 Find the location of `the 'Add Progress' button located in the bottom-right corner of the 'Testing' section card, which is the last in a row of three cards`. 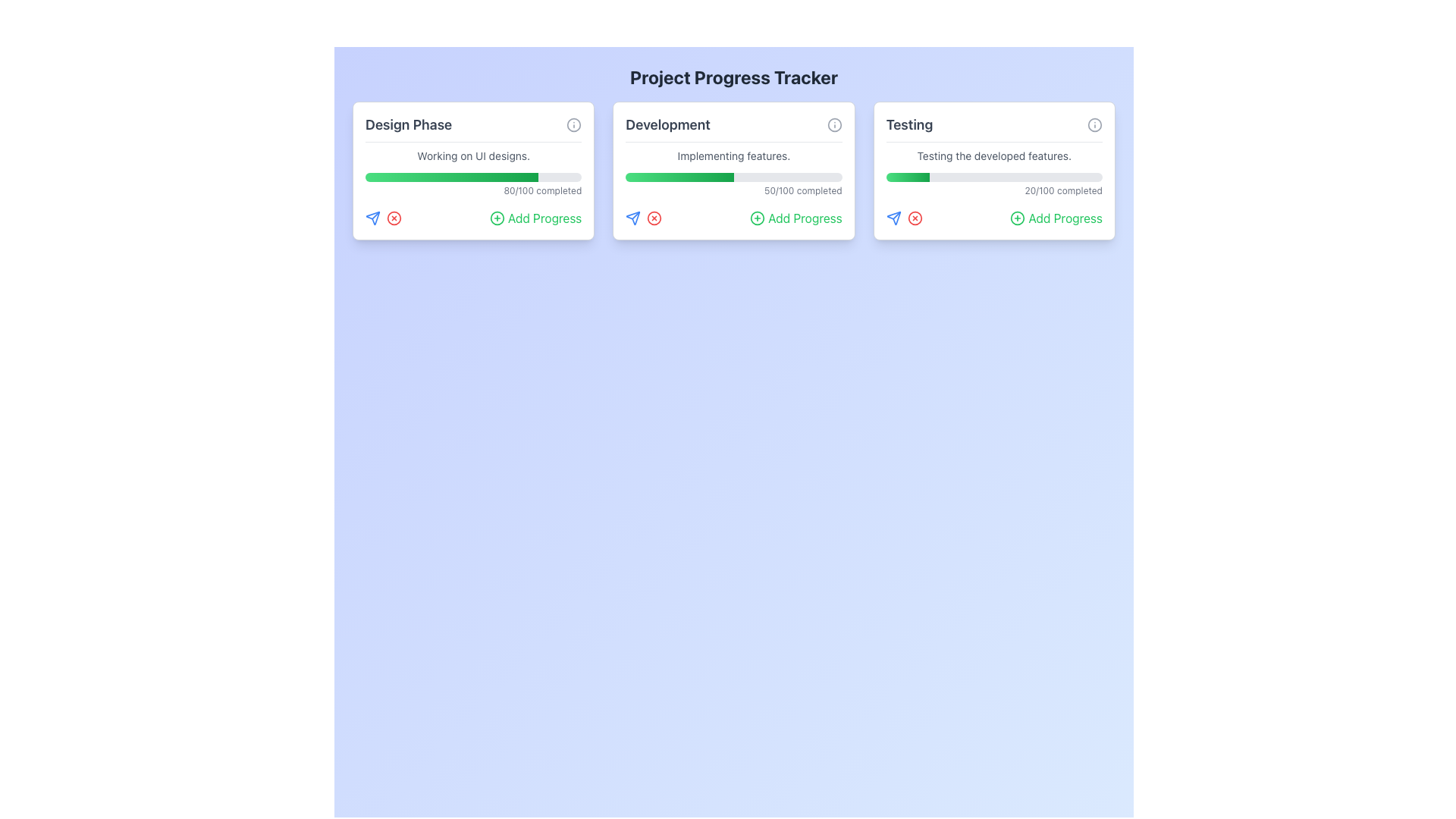

the 'Add Progress' button located in the bottom-right corner of the 'Testing' section card, which is the last in a row of three cards is located at coordinates (994, 218).